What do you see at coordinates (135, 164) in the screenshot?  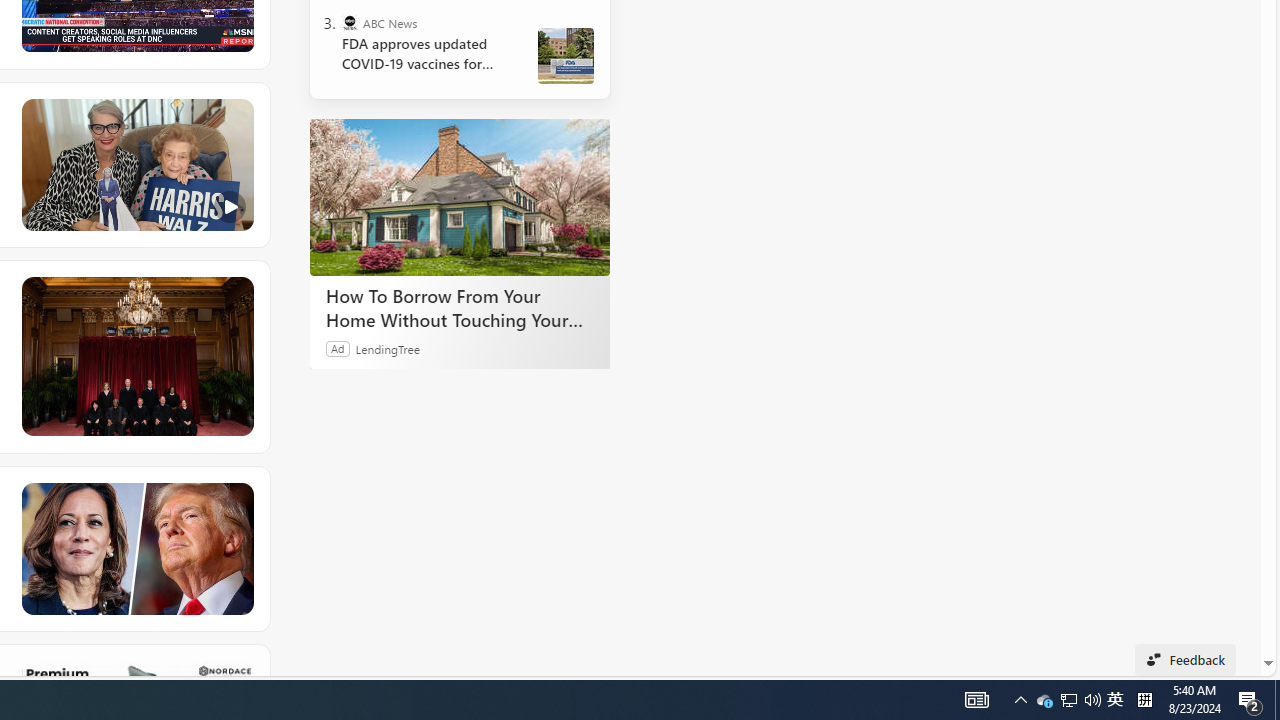 I see `'Class: hero-image'` at bounding box center [135, 164].